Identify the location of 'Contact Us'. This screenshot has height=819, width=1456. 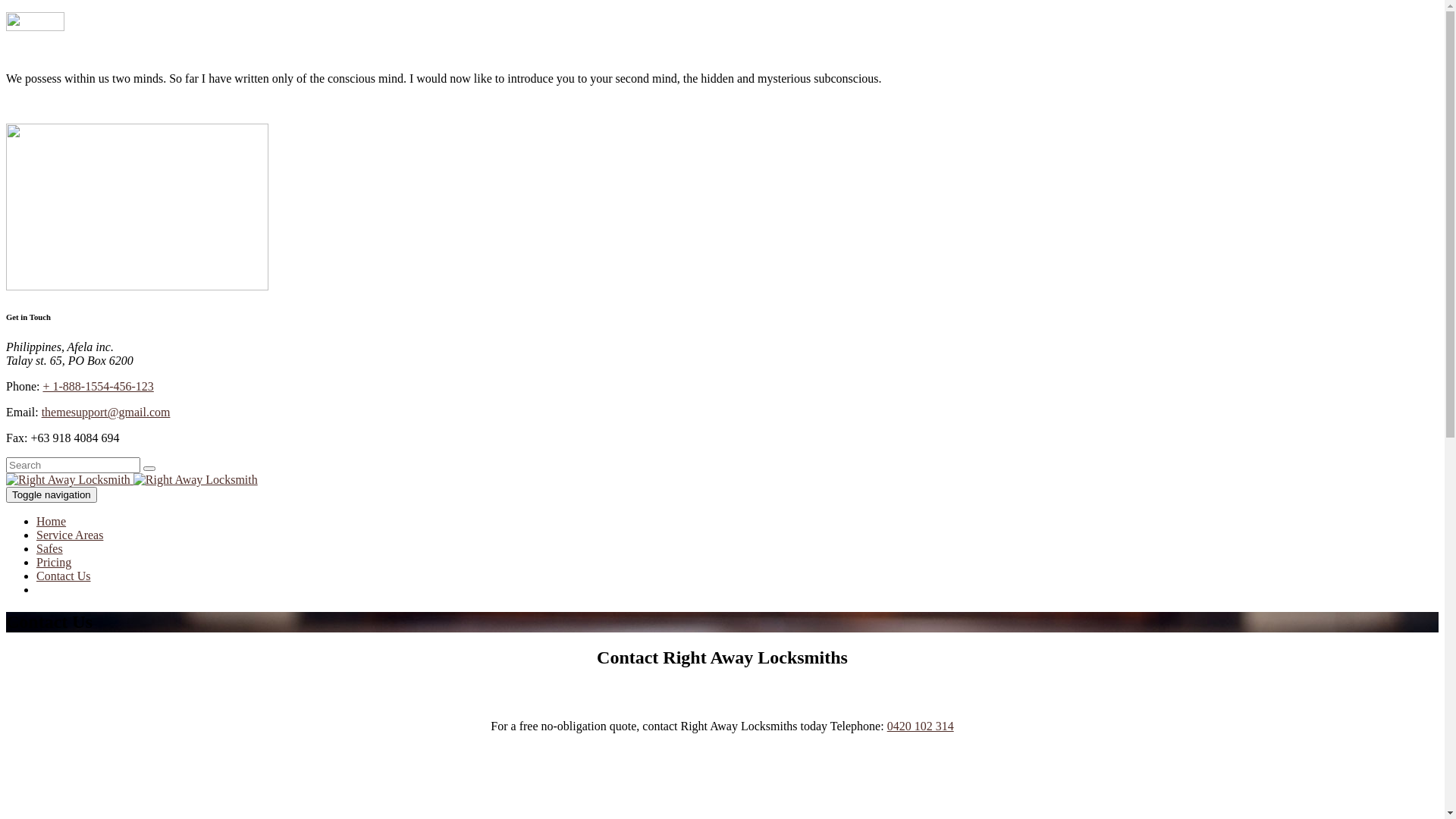
(62, 576).